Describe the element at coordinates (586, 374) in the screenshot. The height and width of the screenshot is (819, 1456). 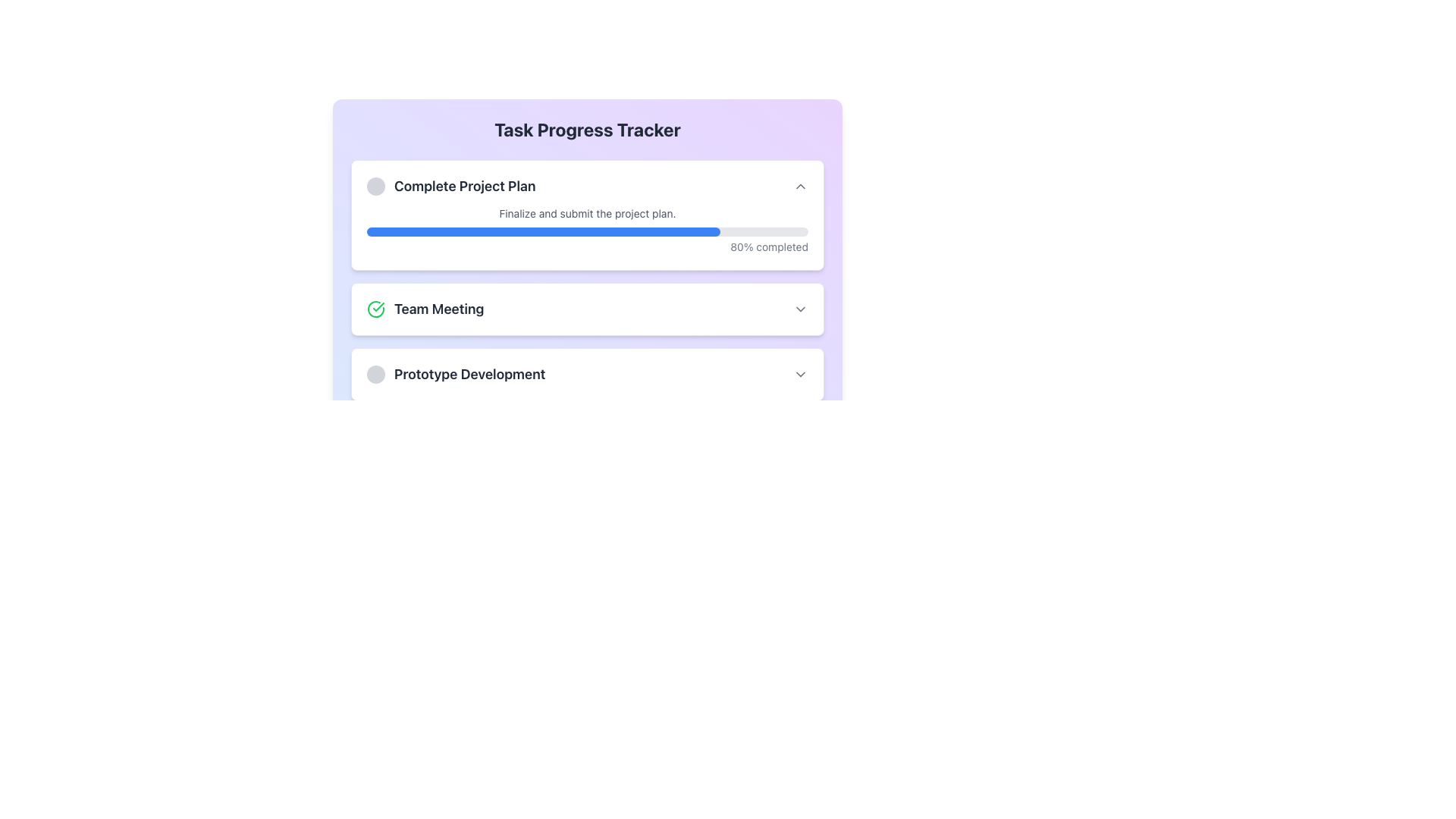
I see `the 'Prototype Development' task card located in the progress tracker interface, which is the third card in a vertical stack, positioned between the 'Team Meeting' card and the bottom margin` at that location.